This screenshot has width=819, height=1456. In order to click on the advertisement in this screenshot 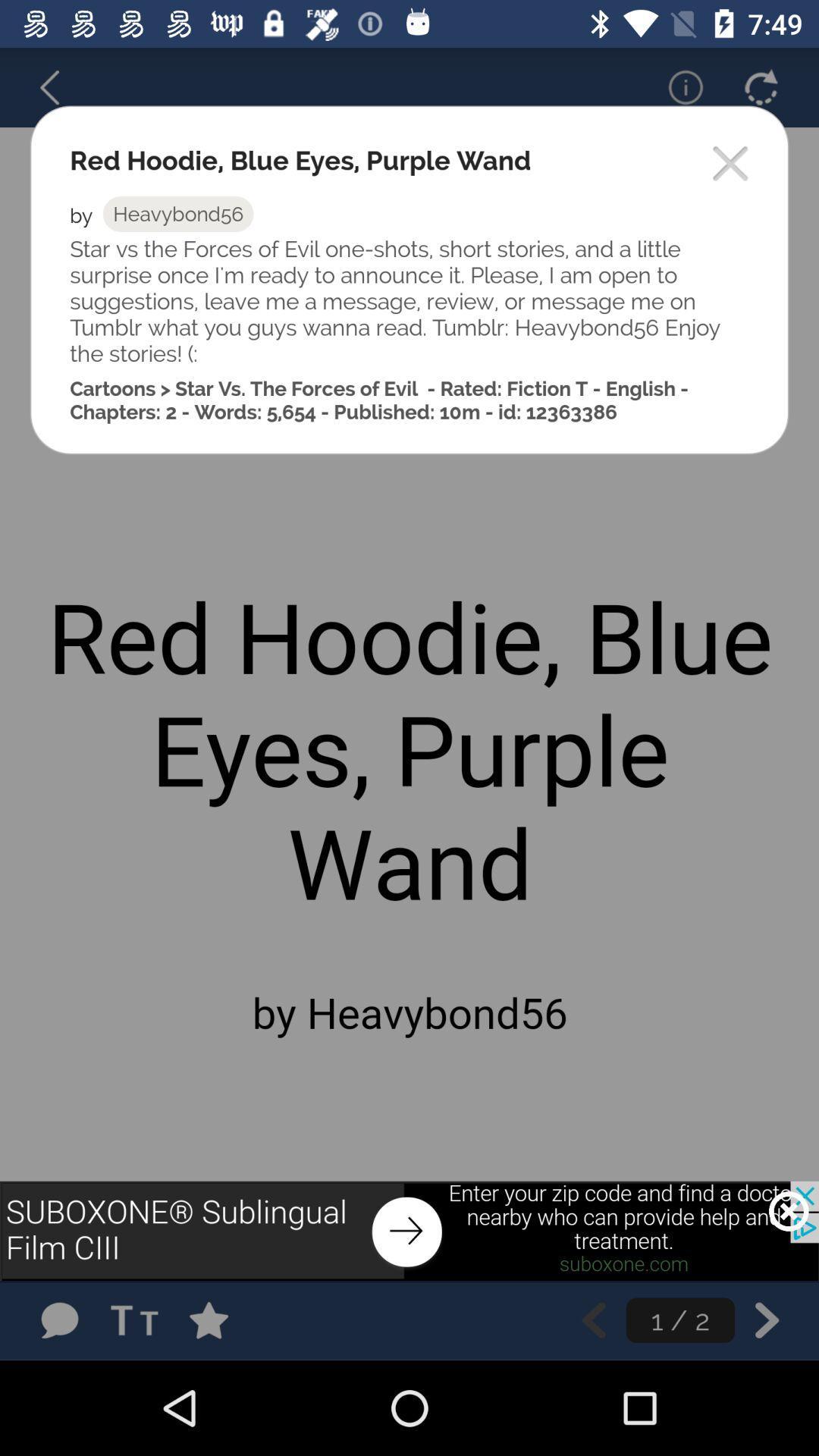, I will do `click(788, 1210)`.